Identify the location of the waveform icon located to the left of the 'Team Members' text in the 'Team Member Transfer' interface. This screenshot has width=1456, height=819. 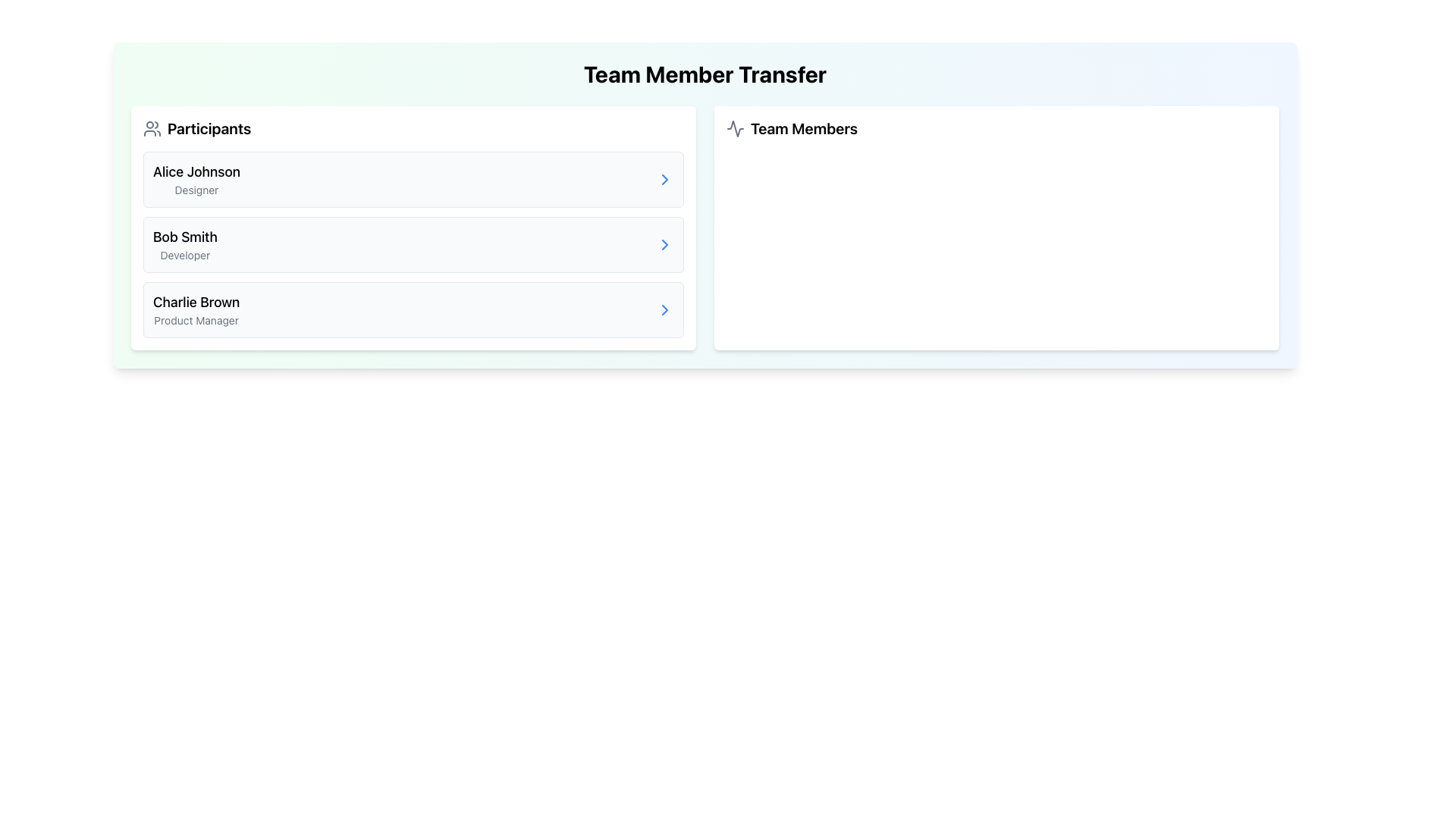
(735, 127).